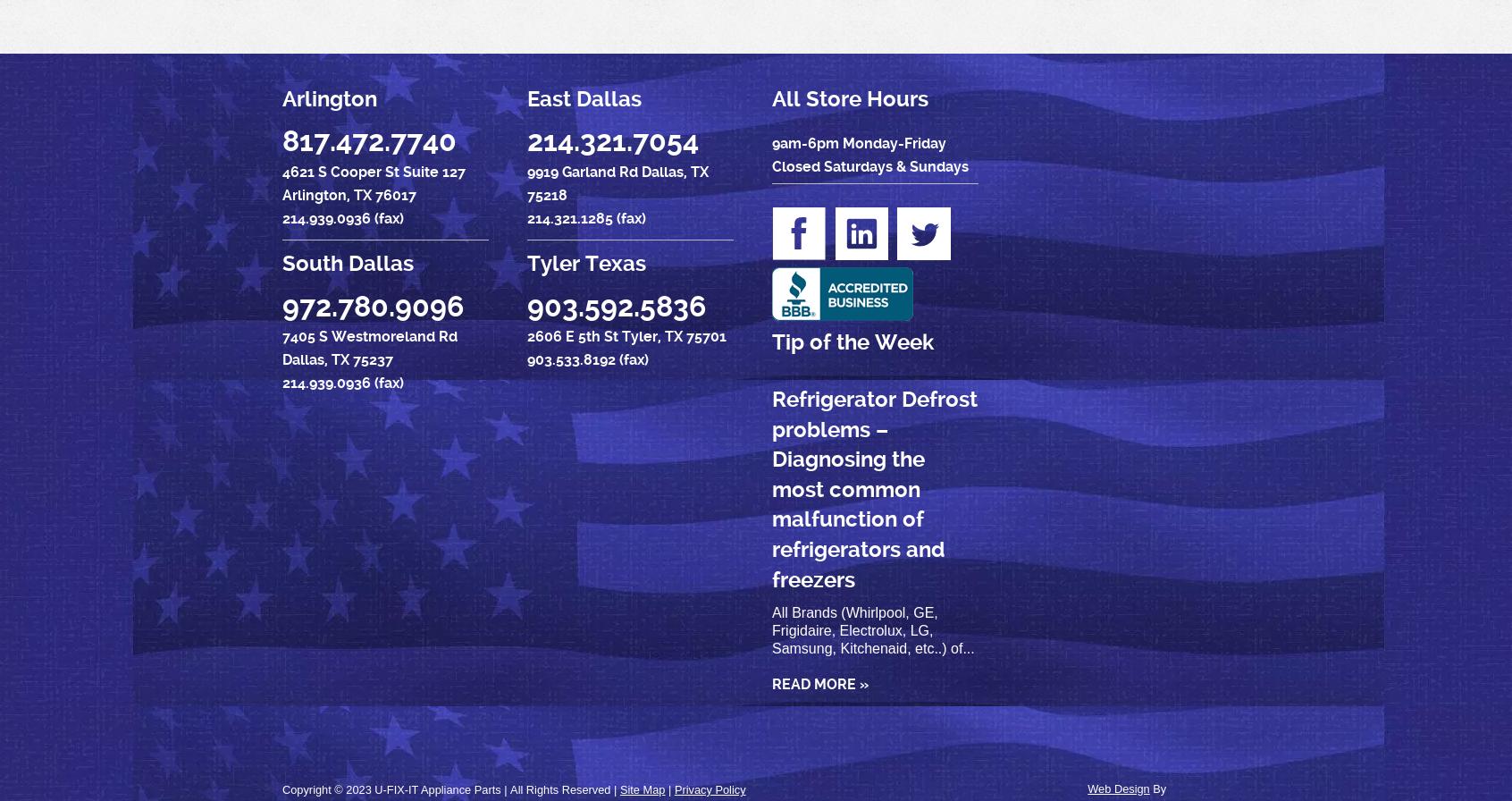 This screenshot has width=1512, height=801. What do you see at coordinates (873, 489) in the screenshot?
I see `'Refrigerator Defrost problems – Diagnosing the most common malfunction of refrigerators and freezers'` at bounding box center [873, 489].